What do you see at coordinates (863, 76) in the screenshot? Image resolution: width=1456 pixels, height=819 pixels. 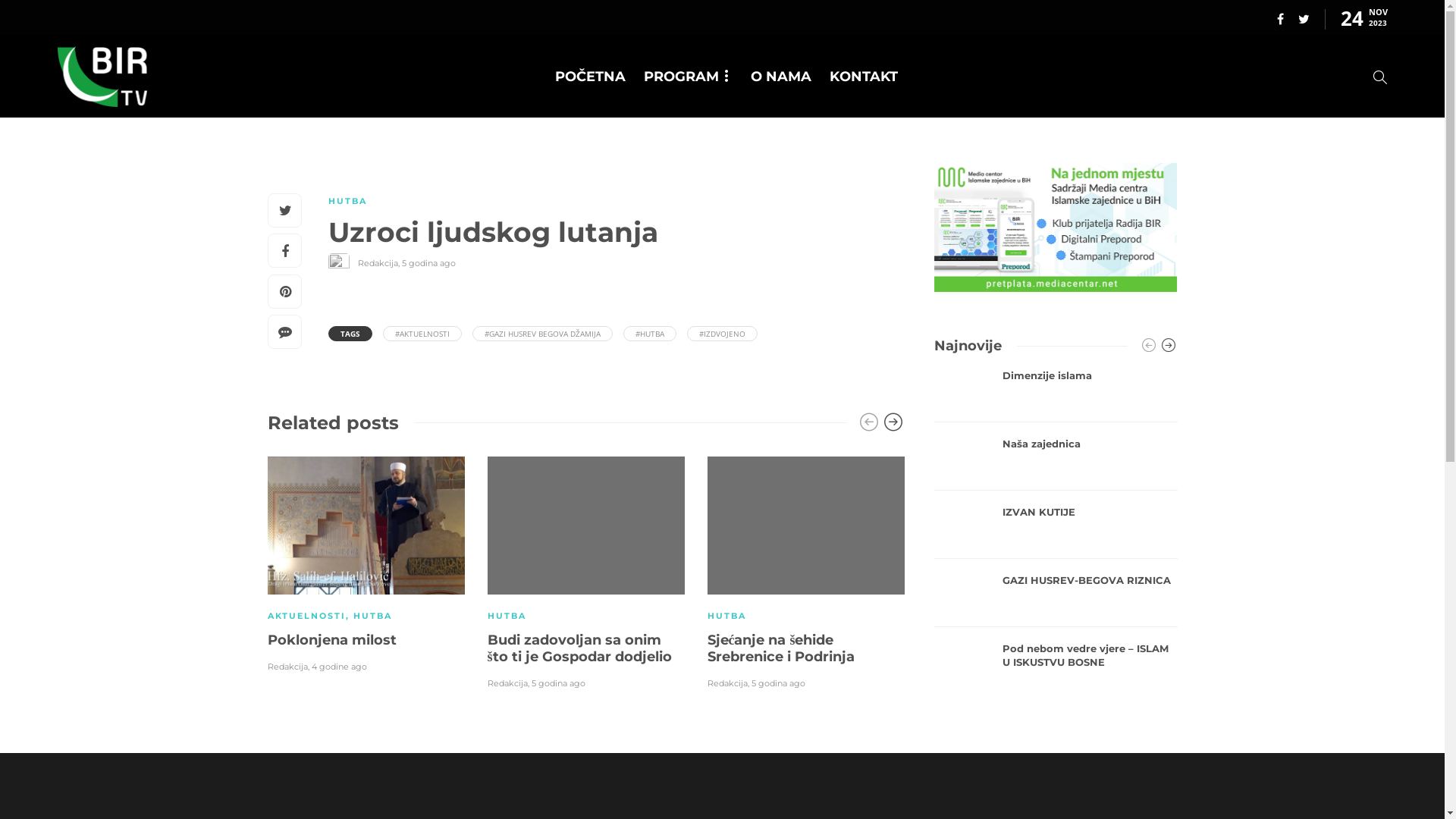 I see `'KONTAKT'` at bounding box center [863, 76].